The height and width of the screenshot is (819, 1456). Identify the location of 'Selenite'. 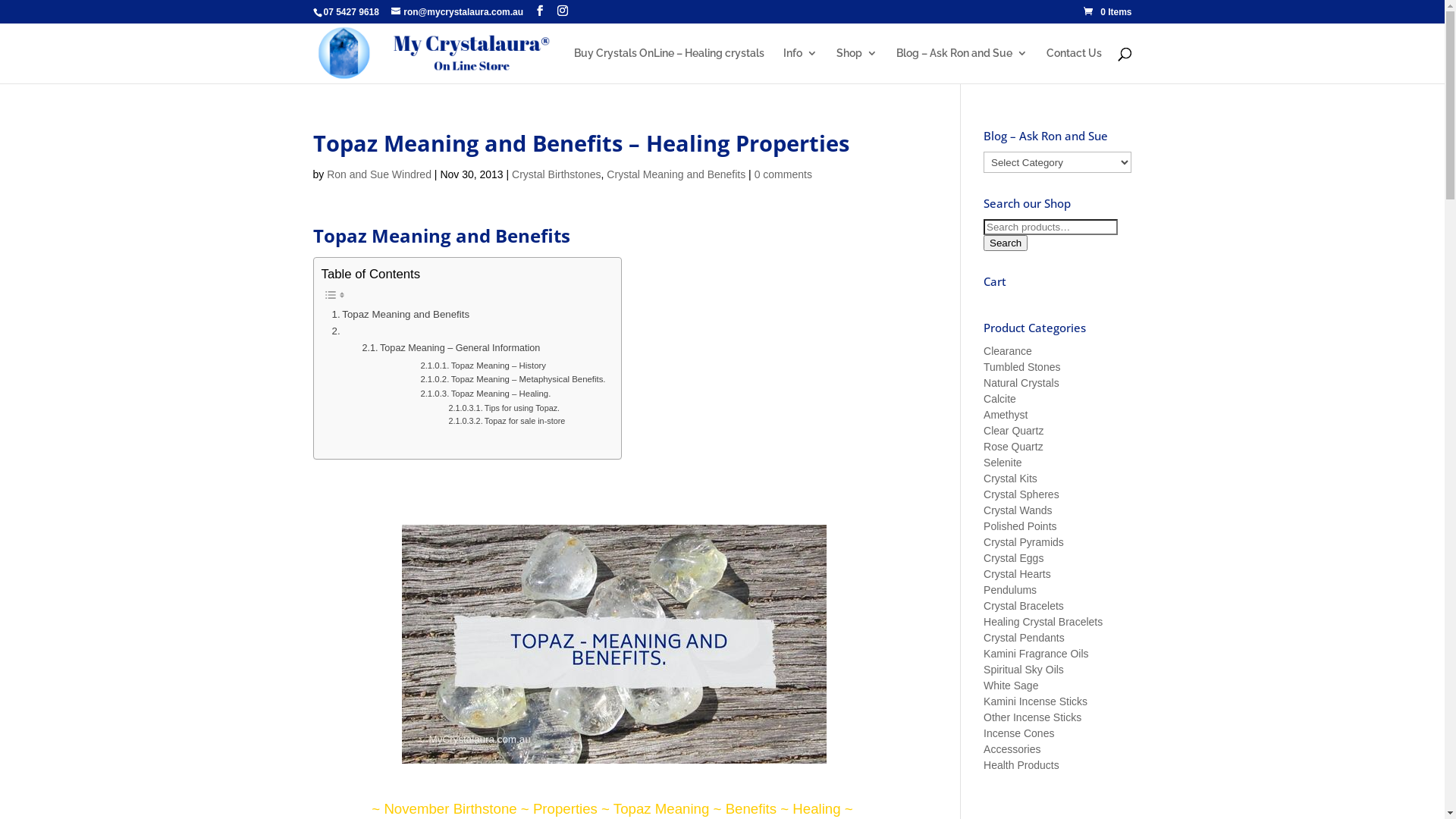
(983, 461).